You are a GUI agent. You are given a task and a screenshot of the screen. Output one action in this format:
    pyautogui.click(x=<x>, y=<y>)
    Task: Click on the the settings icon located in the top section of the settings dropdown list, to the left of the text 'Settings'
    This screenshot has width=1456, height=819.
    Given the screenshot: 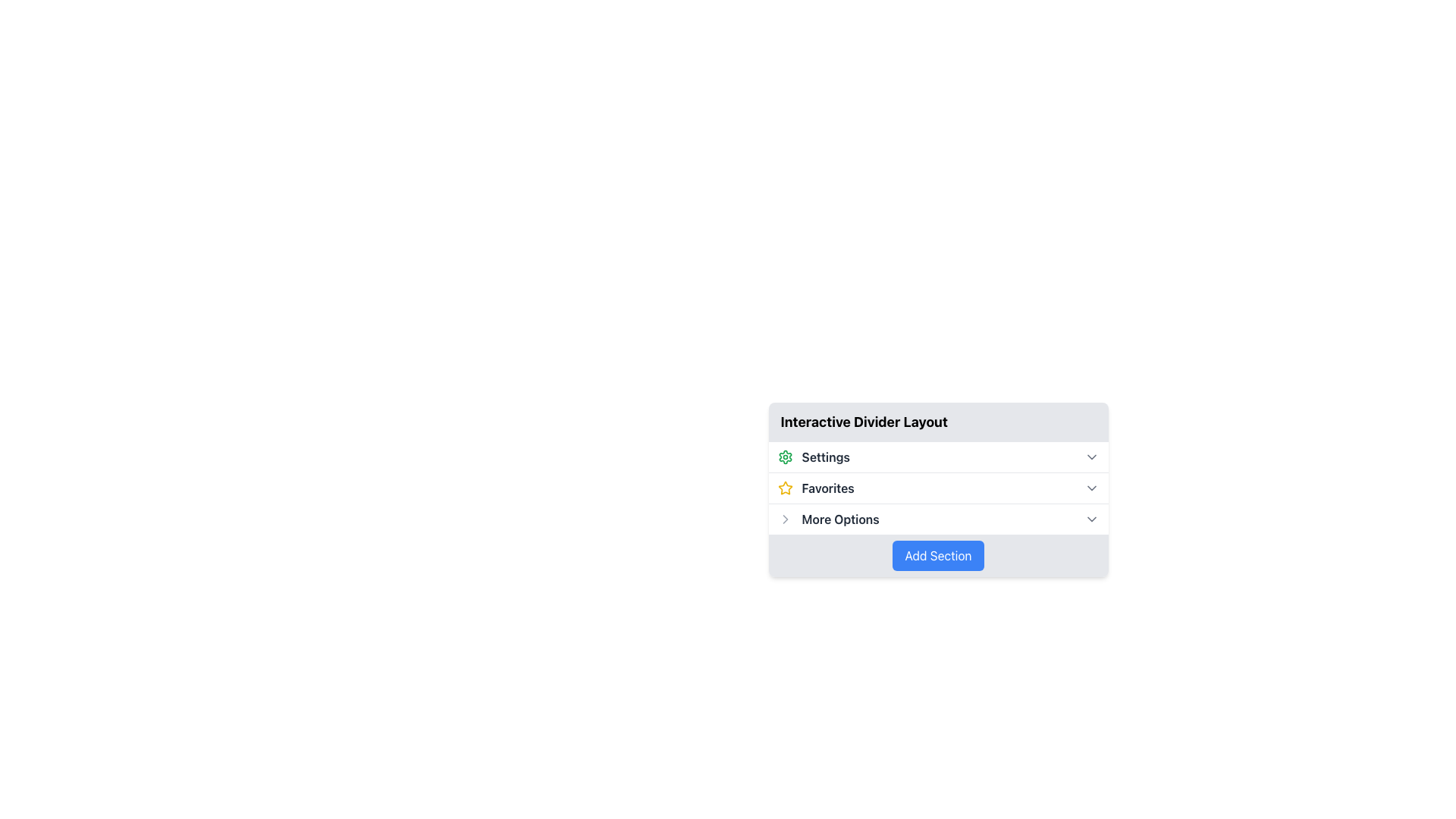 What is the action you would take?
    pyautogui.click(x=785, y=456)
    